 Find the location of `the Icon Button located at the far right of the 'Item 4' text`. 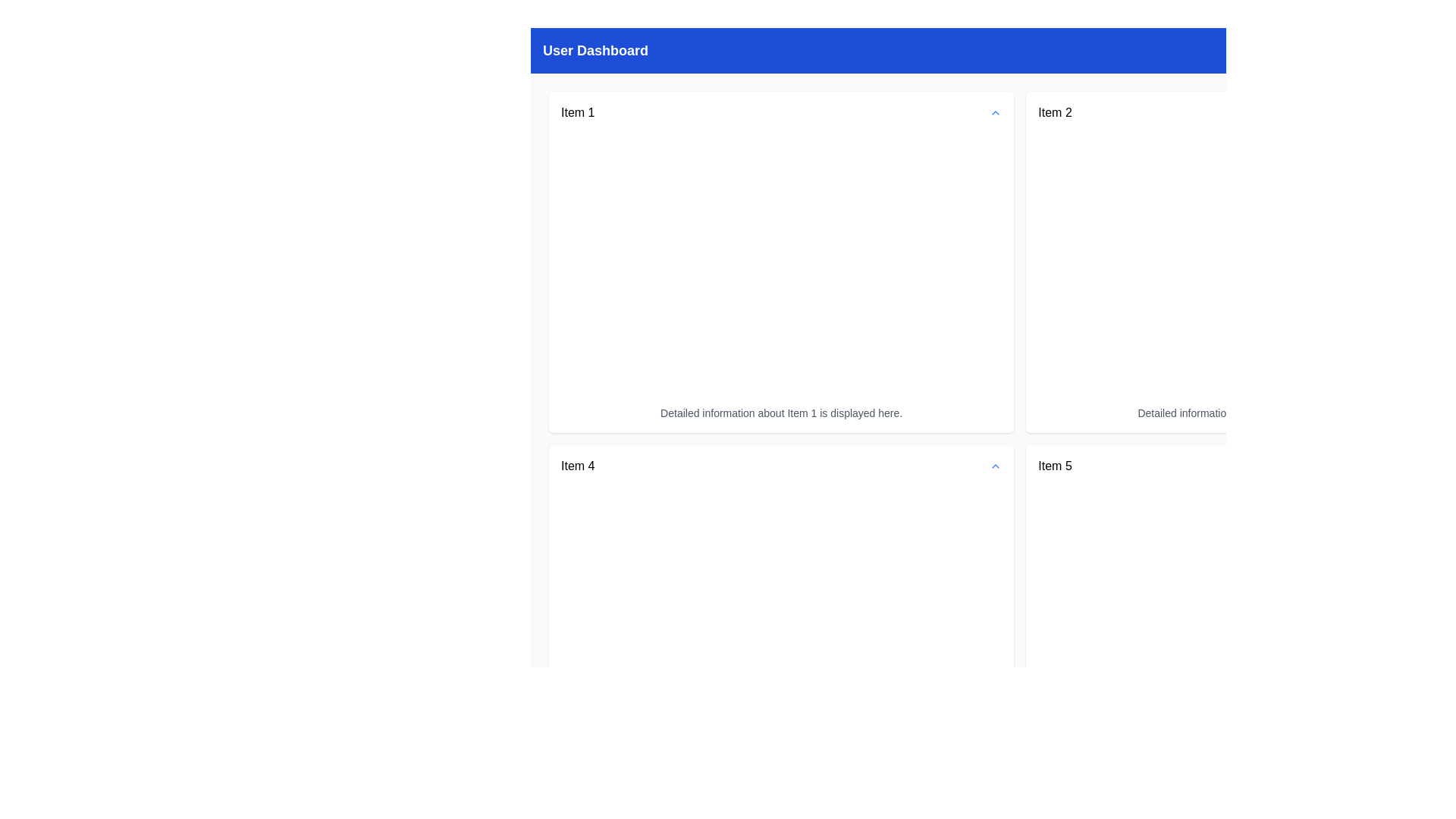

the Icon Button located at the far right of the 'Item 4' text is located at coordinates (996, 465).